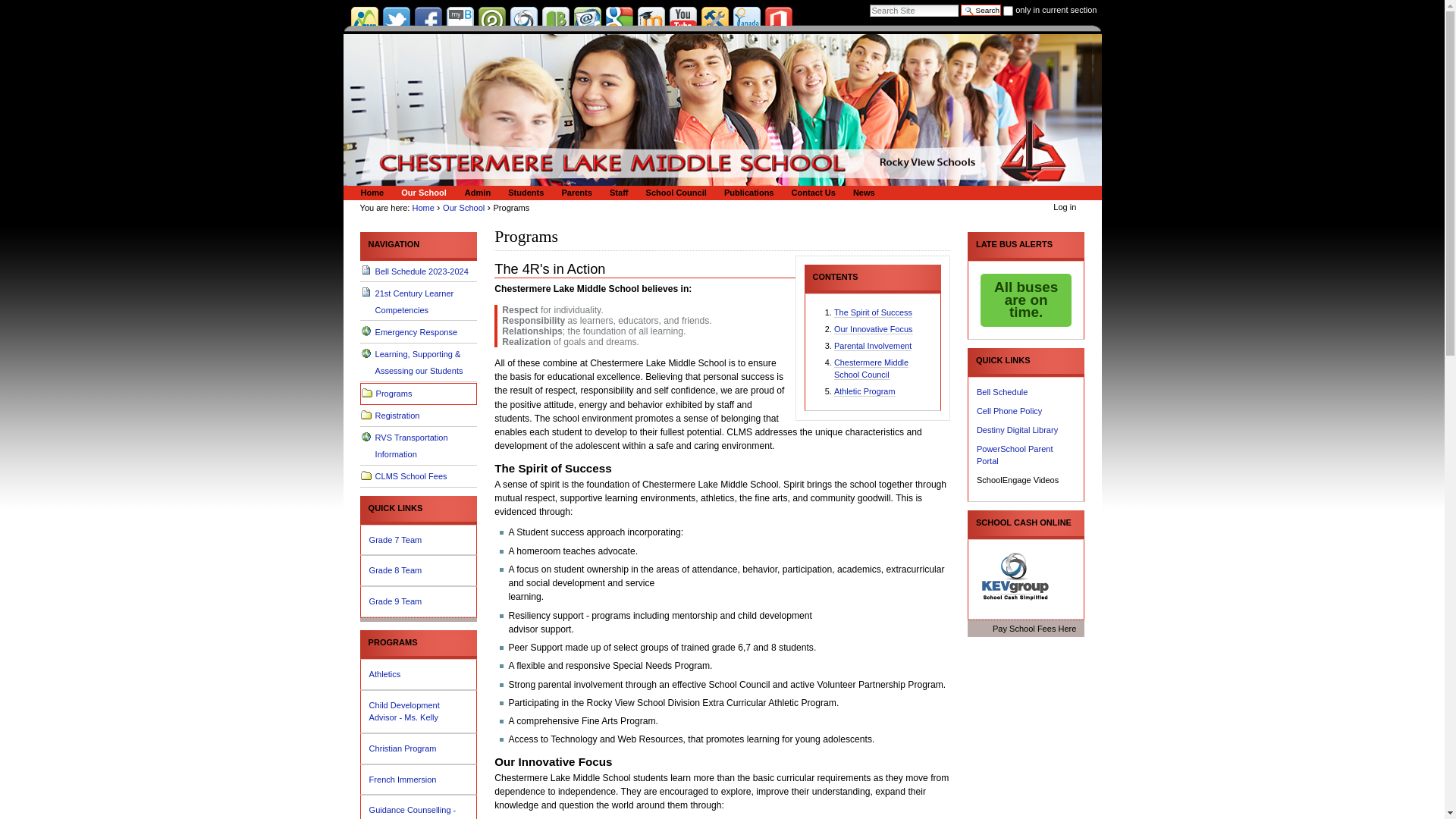 This screenshot has width=1456, height=819. Describe the element at coordinates (1015, 454) in the screenshot. I see `'PowerSchool Parent Portal'` at that location.